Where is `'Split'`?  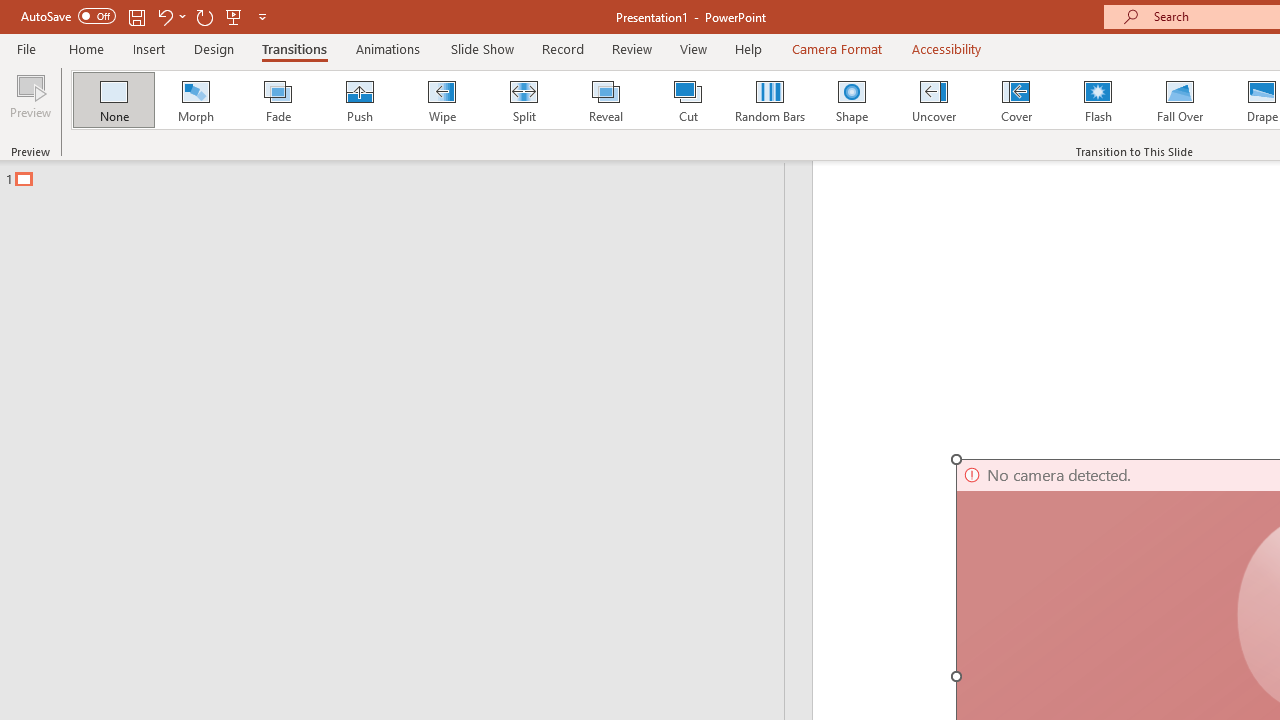 'Split' is located at coordinates (523, 100).